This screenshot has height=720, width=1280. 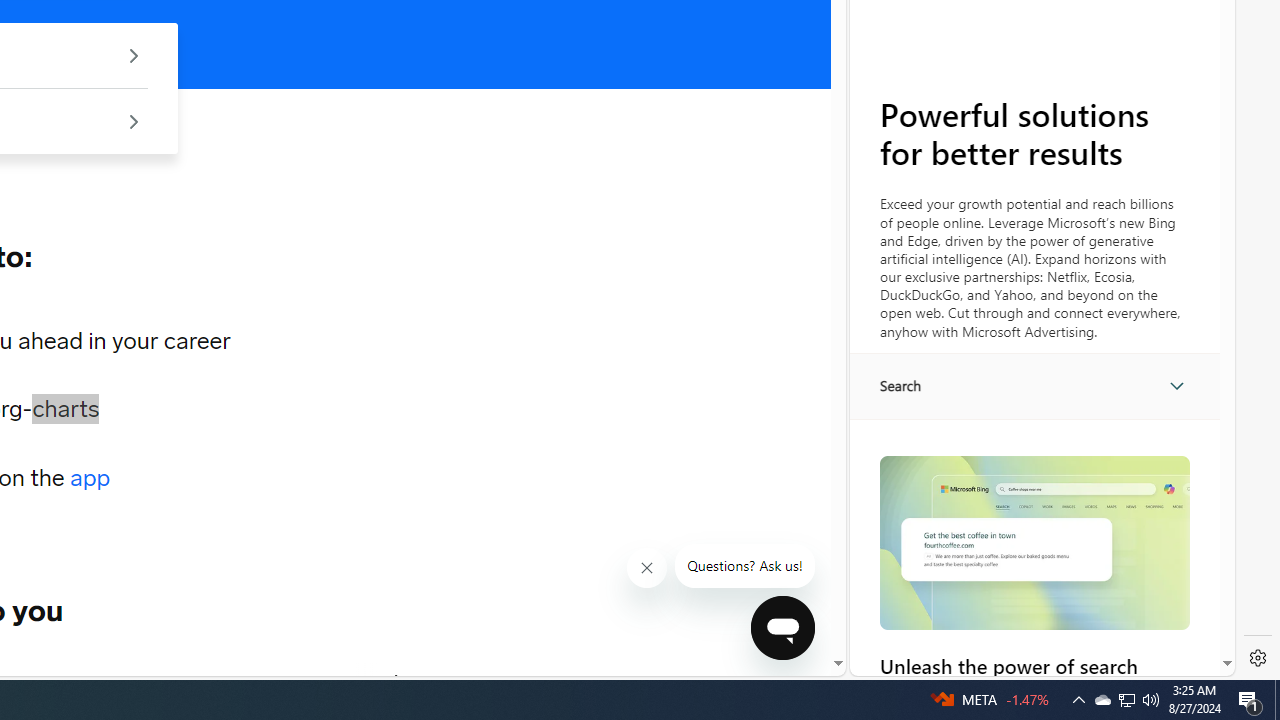 What do you see at coordinates (89, 478) in the screenshot?
I see `'app'` at bounding box center [89, 478].